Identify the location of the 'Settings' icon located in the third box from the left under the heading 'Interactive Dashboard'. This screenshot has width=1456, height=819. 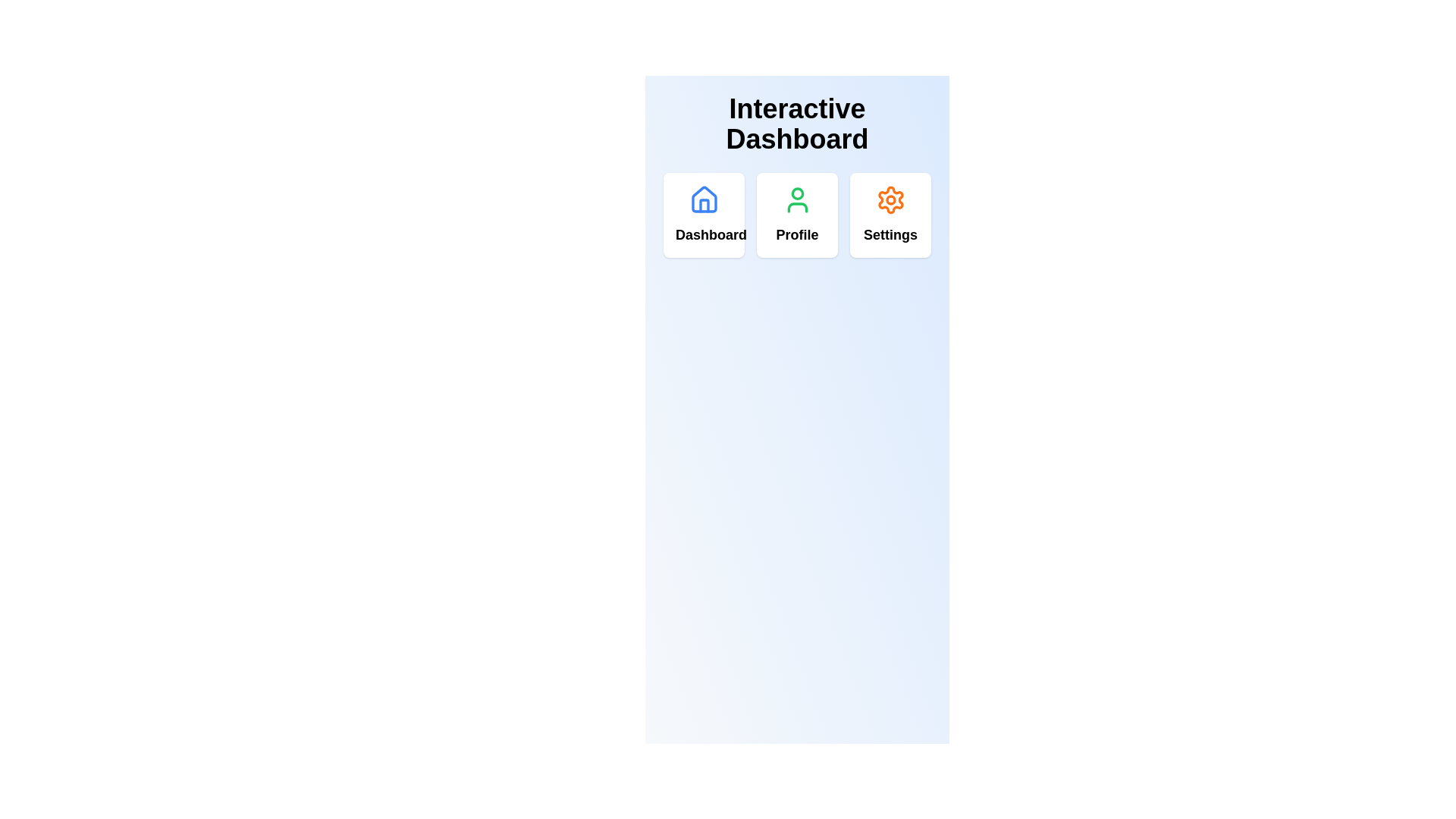
(890, 199).